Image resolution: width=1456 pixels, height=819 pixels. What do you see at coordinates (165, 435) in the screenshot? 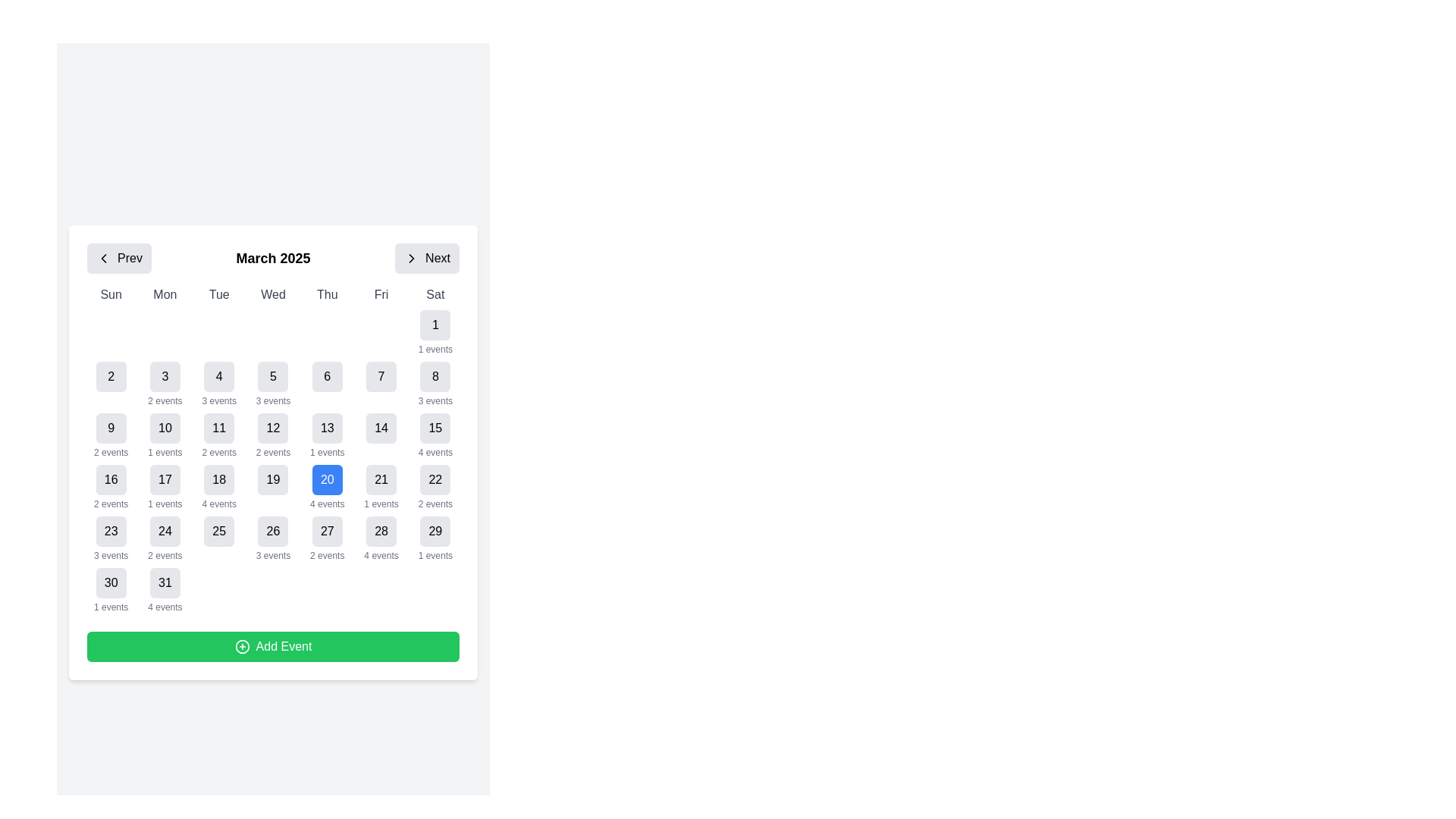
I see `the Date button displaying the number '10' with the event count '1 events' in the second column of the second row of the calendar grid for March 2025` at bounding box center [165, 435].